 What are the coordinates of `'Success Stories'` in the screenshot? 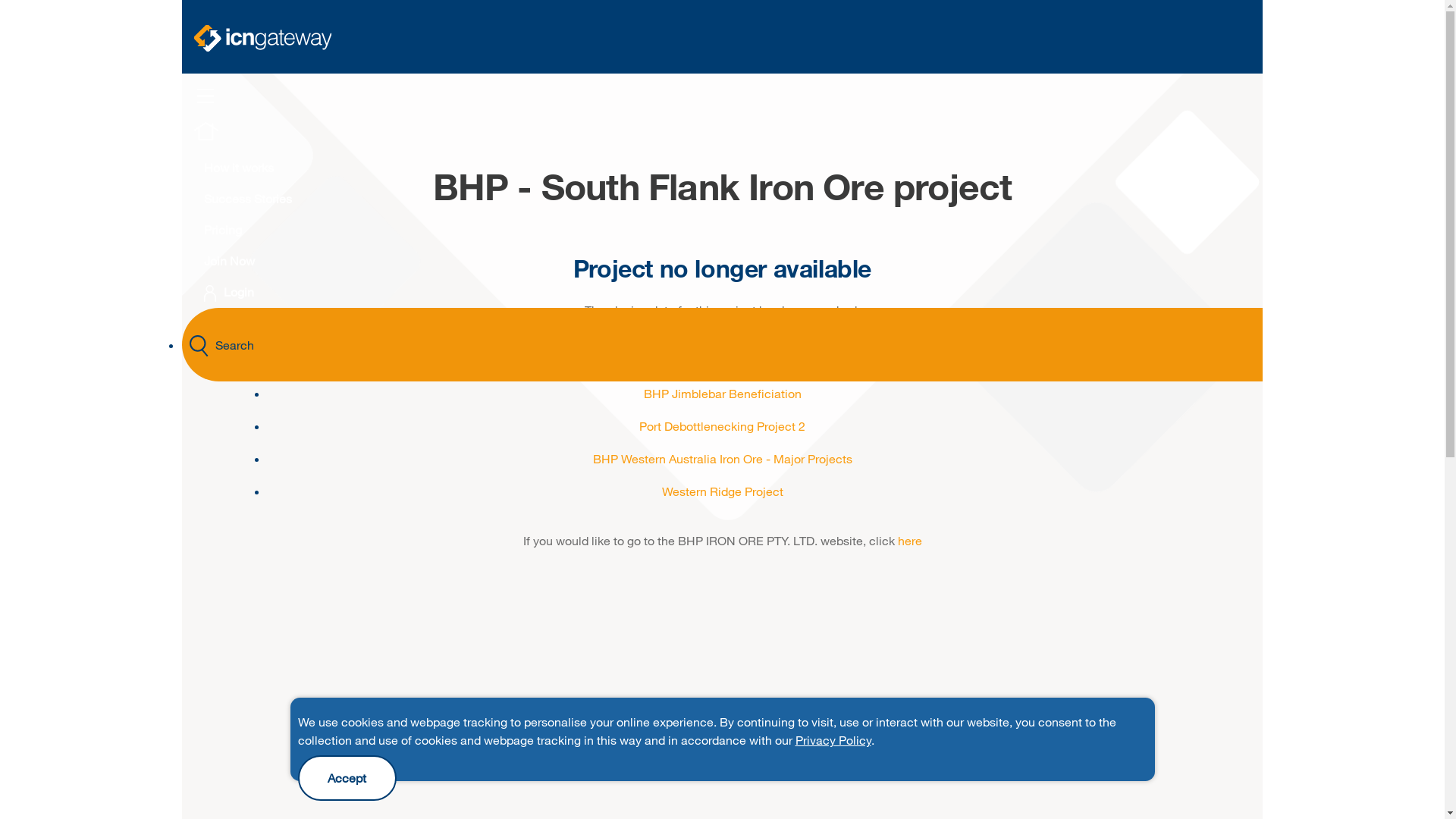 It's located at (247, 197).